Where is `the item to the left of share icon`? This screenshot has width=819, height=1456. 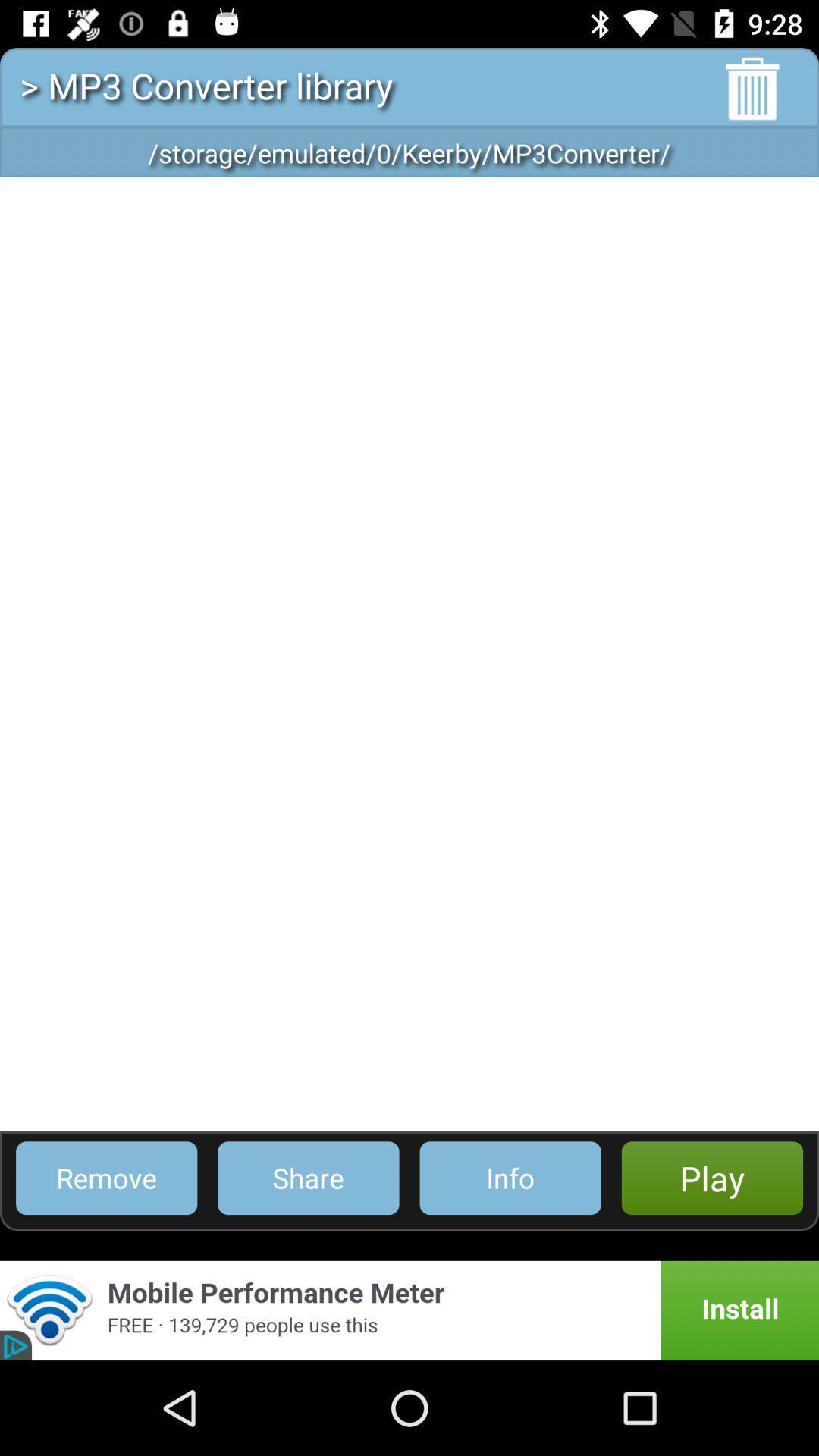 the item to the left of share icon is located at coordinates (105, 1177).